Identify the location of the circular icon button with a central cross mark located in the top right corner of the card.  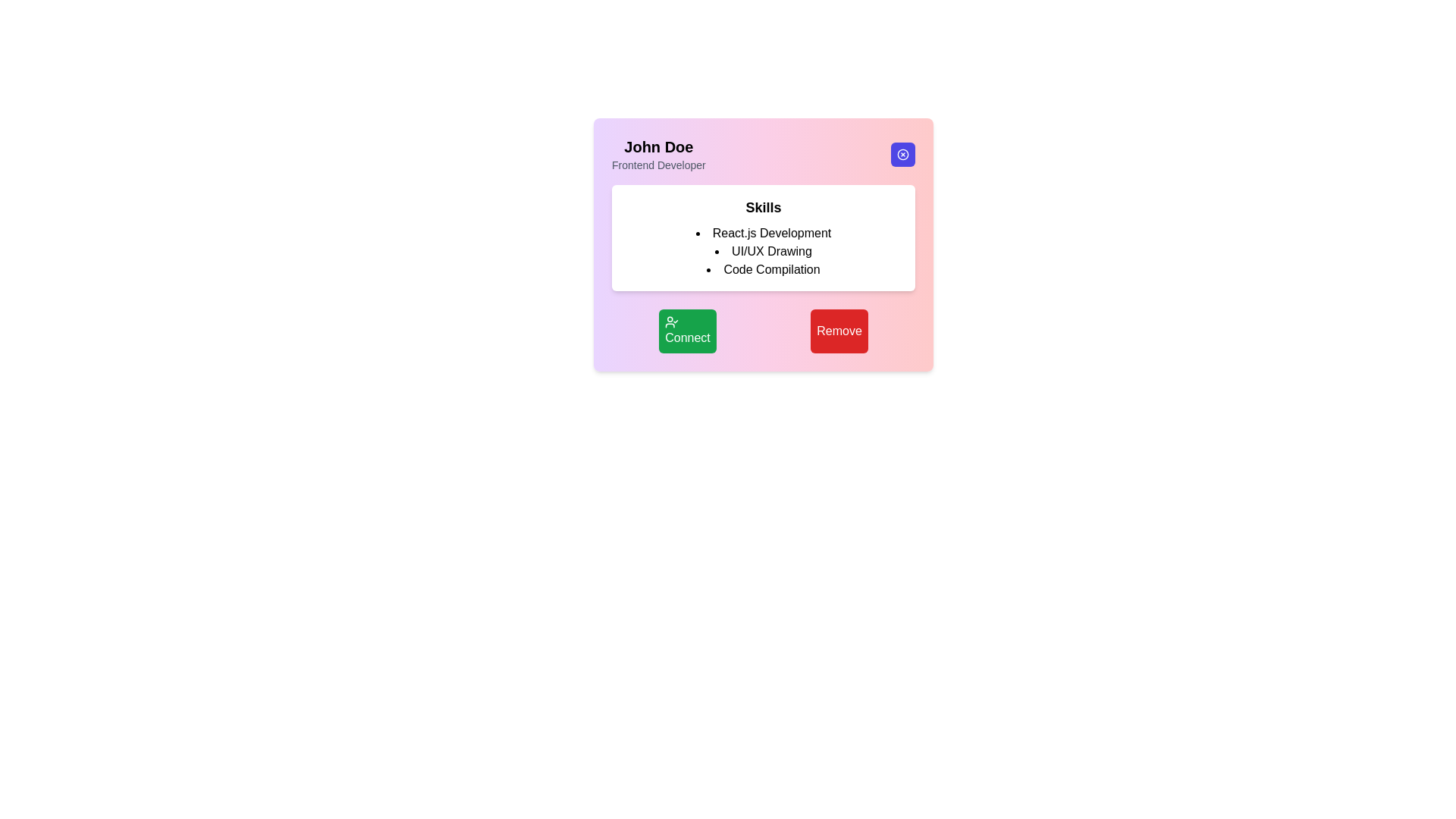
(902, 155).